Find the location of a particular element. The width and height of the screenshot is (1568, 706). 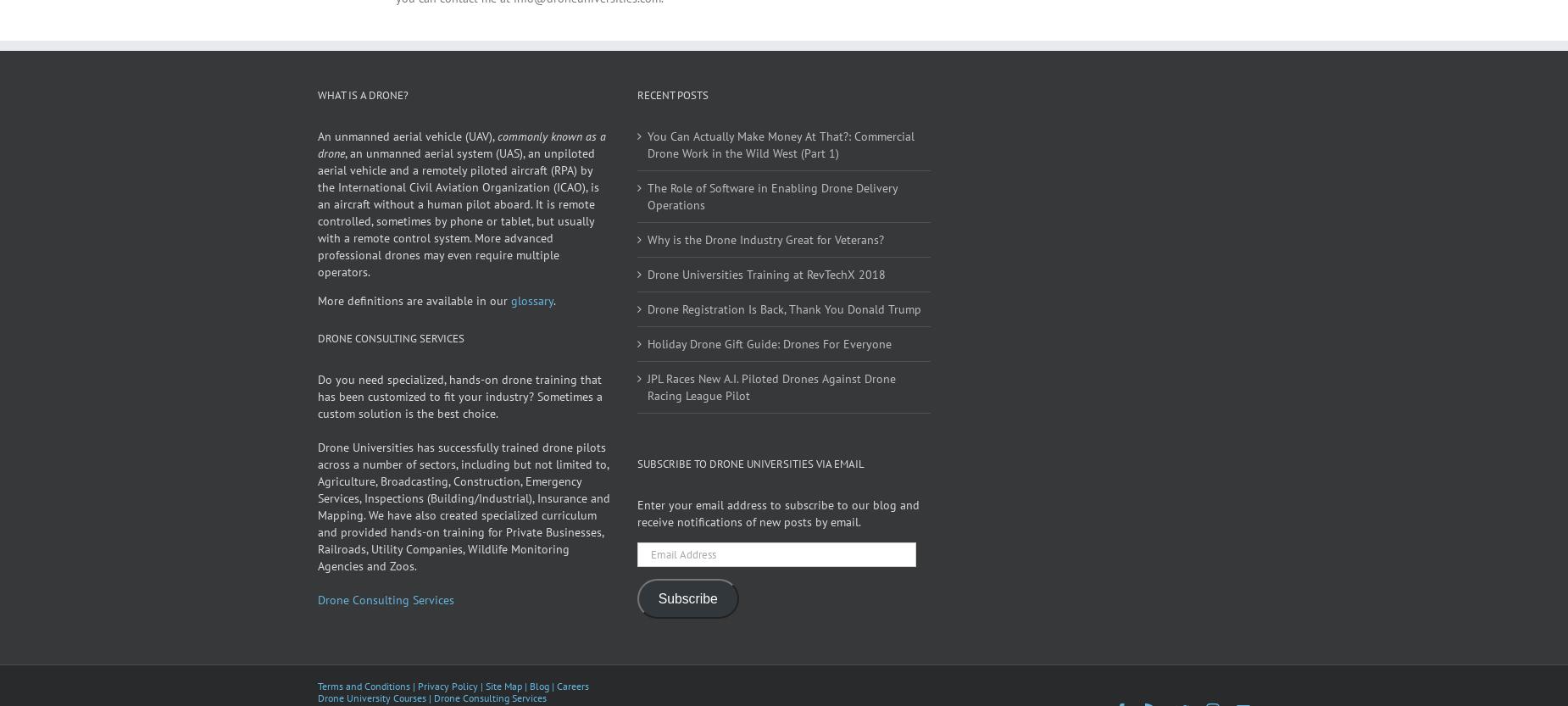

'Recent Posts' is located at coordinates (636, 118).